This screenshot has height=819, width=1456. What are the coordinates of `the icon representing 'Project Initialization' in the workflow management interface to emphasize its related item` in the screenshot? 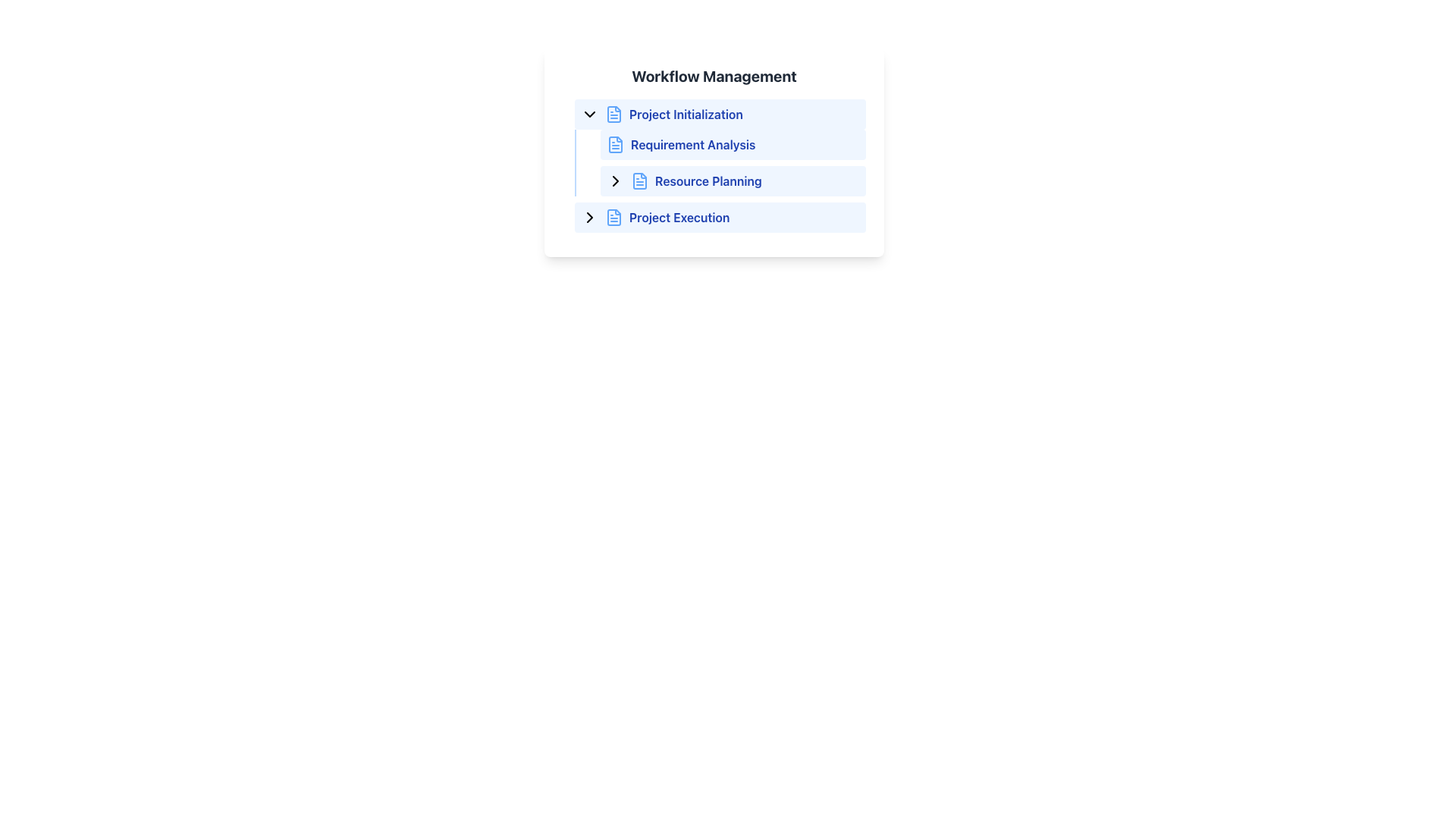 It's located at (614, 113).